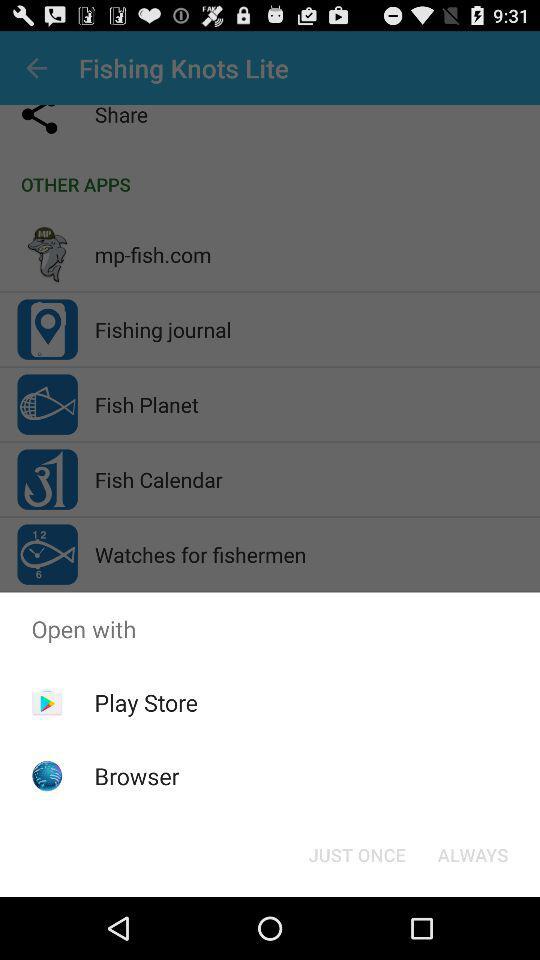  What do you see at coordinates (136, 775) in the screenshot?
I see `browser item` at bounding box center [136, 775].